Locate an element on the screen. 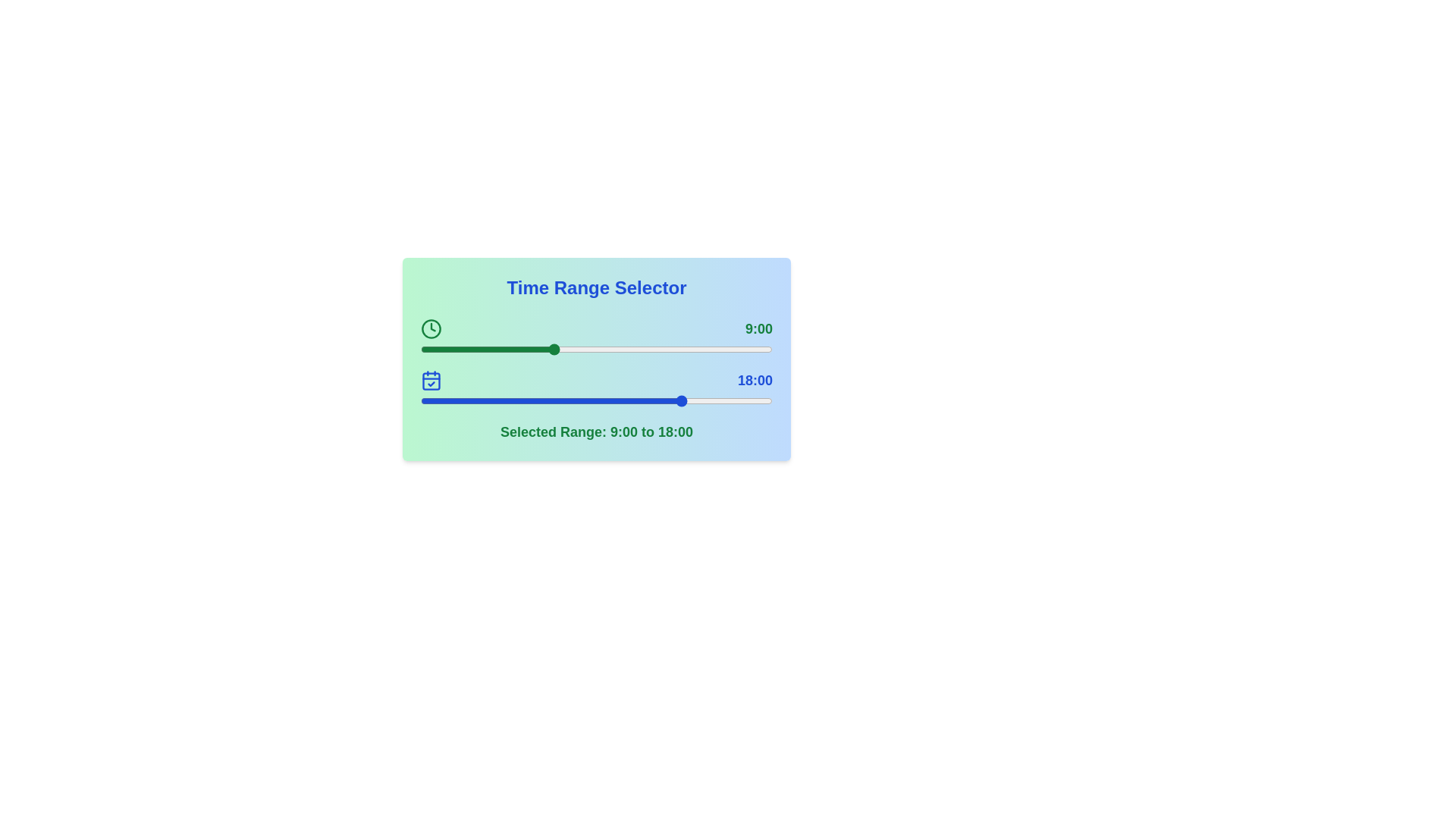 This screenshot has width=1456, height=819. time range is located at coordinates (743, 400).